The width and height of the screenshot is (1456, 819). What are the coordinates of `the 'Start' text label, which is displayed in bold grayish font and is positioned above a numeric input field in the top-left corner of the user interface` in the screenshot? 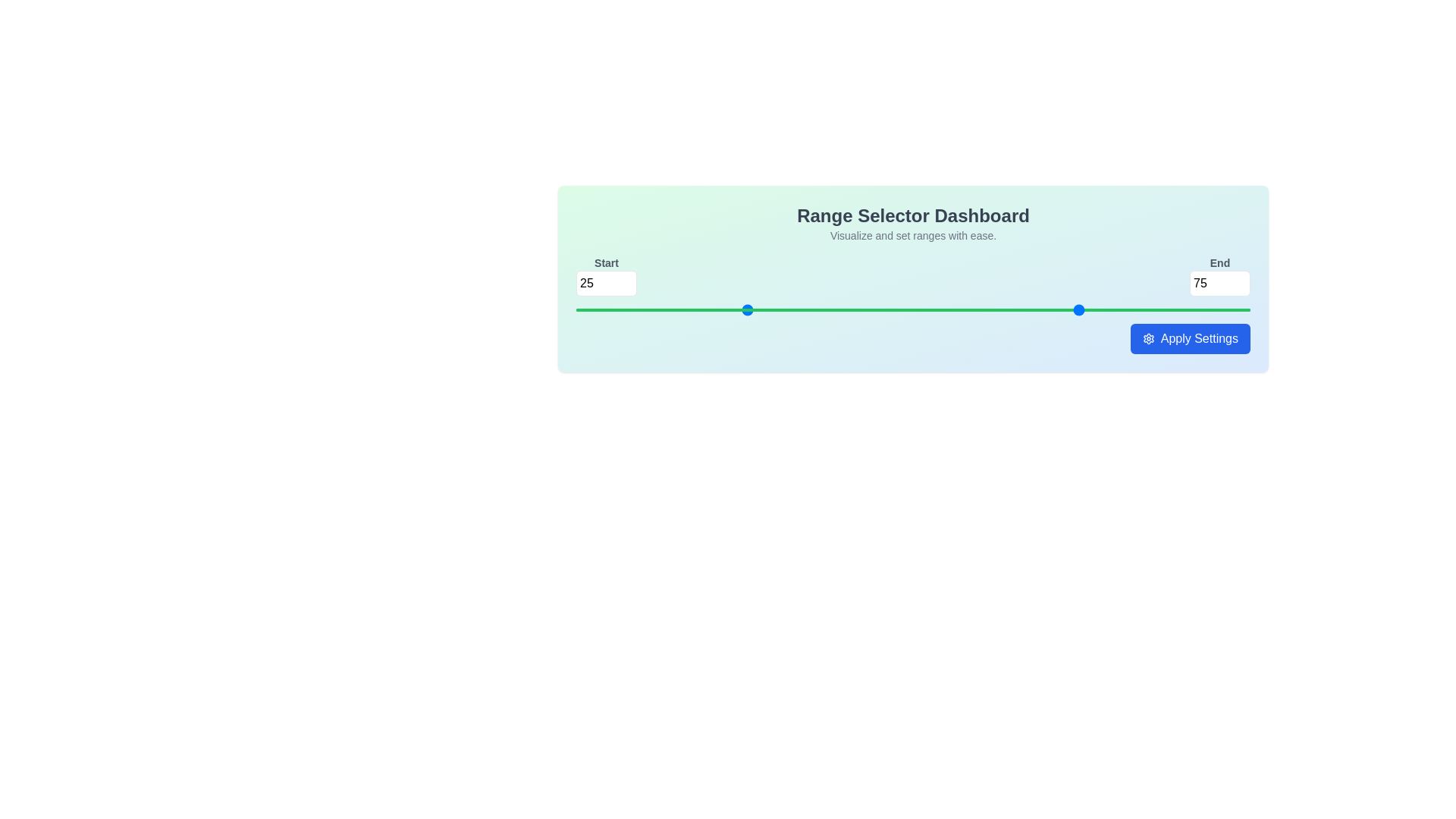 It's located at (607, 262).